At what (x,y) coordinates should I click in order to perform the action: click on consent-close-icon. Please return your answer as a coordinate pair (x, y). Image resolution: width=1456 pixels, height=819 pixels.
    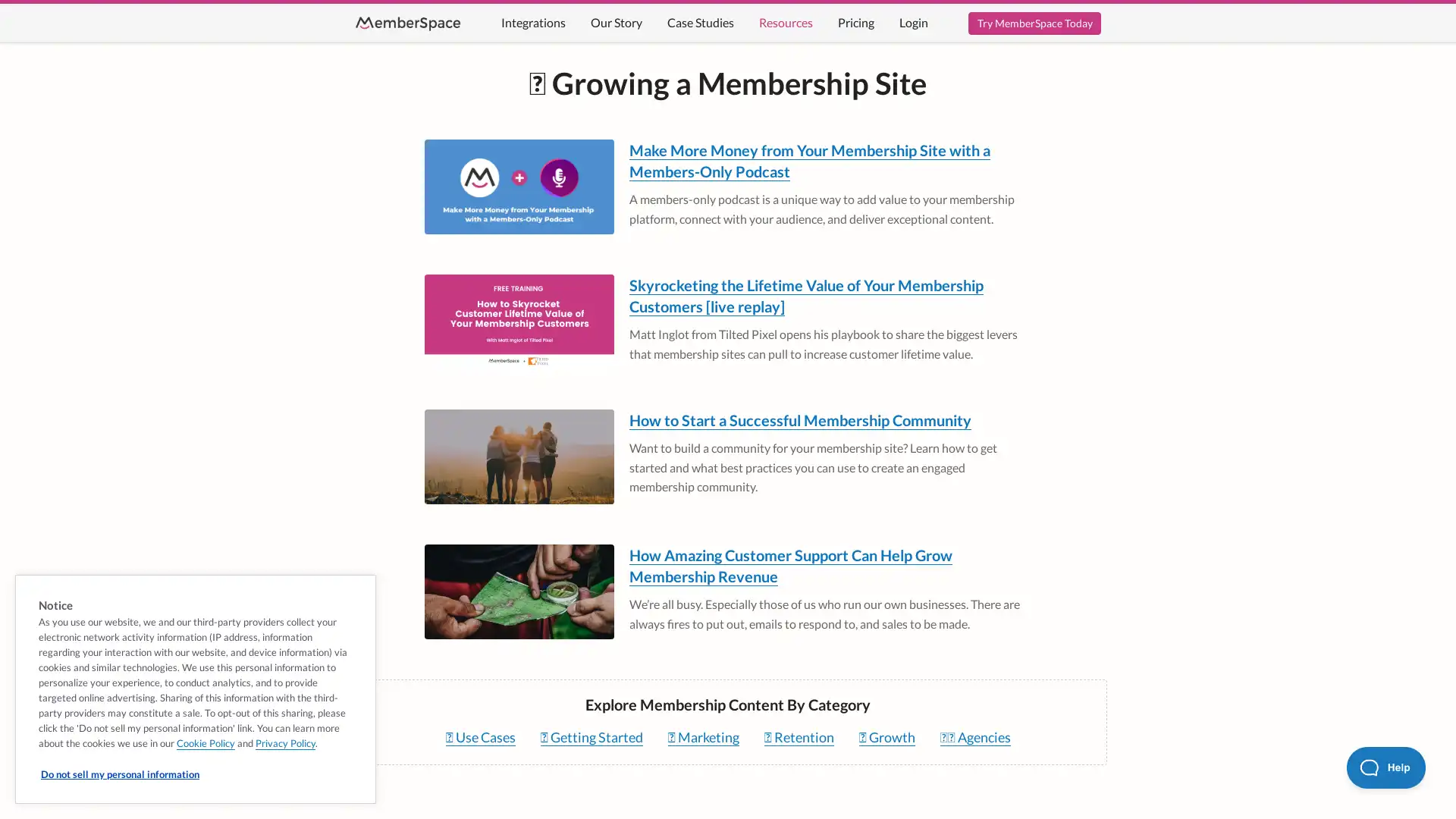
    Looking at the image, I should click on (357, 590).